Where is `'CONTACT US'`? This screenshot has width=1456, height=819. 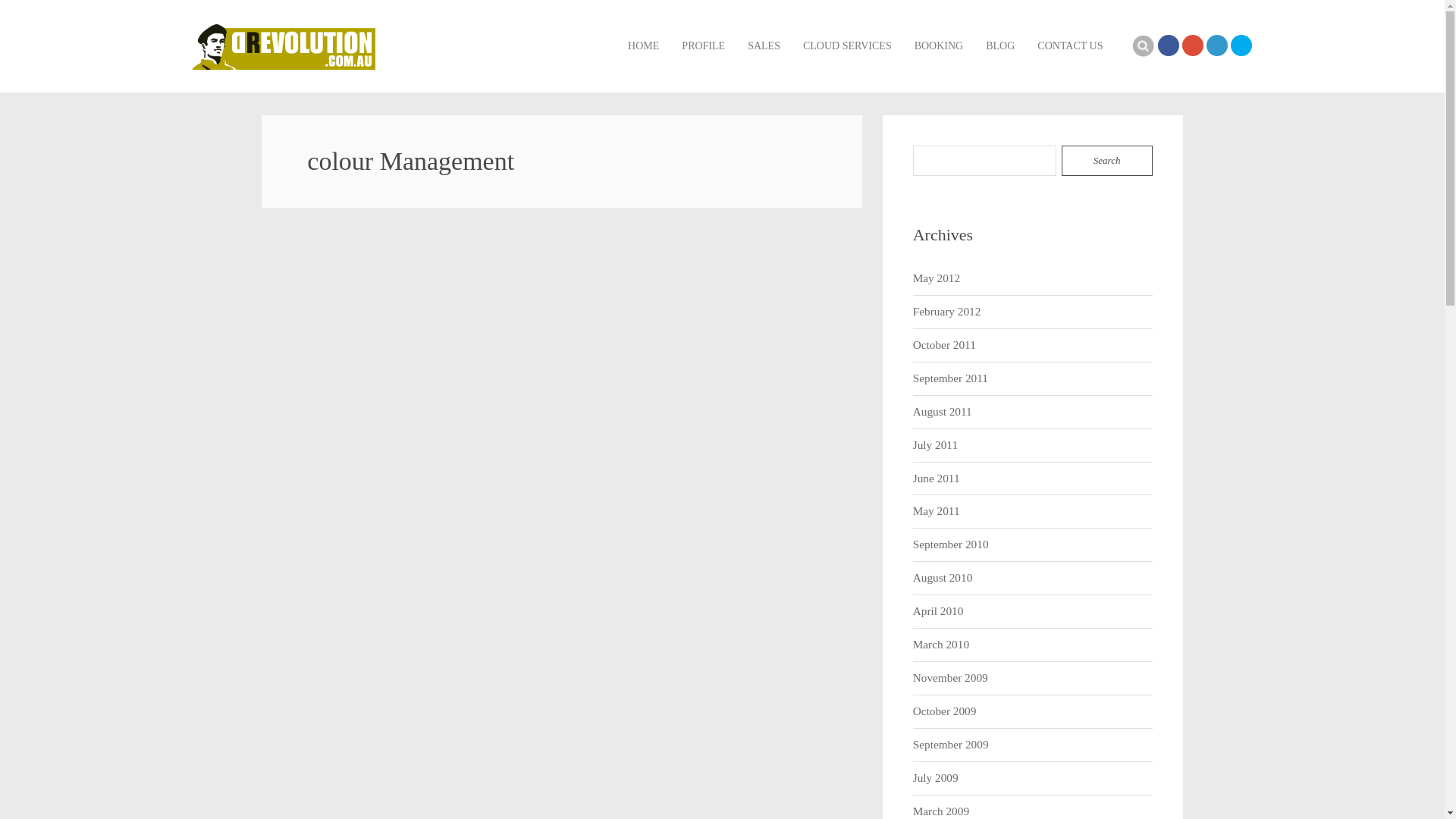
'CONTACT US' is located at coordinates (1069, 45).